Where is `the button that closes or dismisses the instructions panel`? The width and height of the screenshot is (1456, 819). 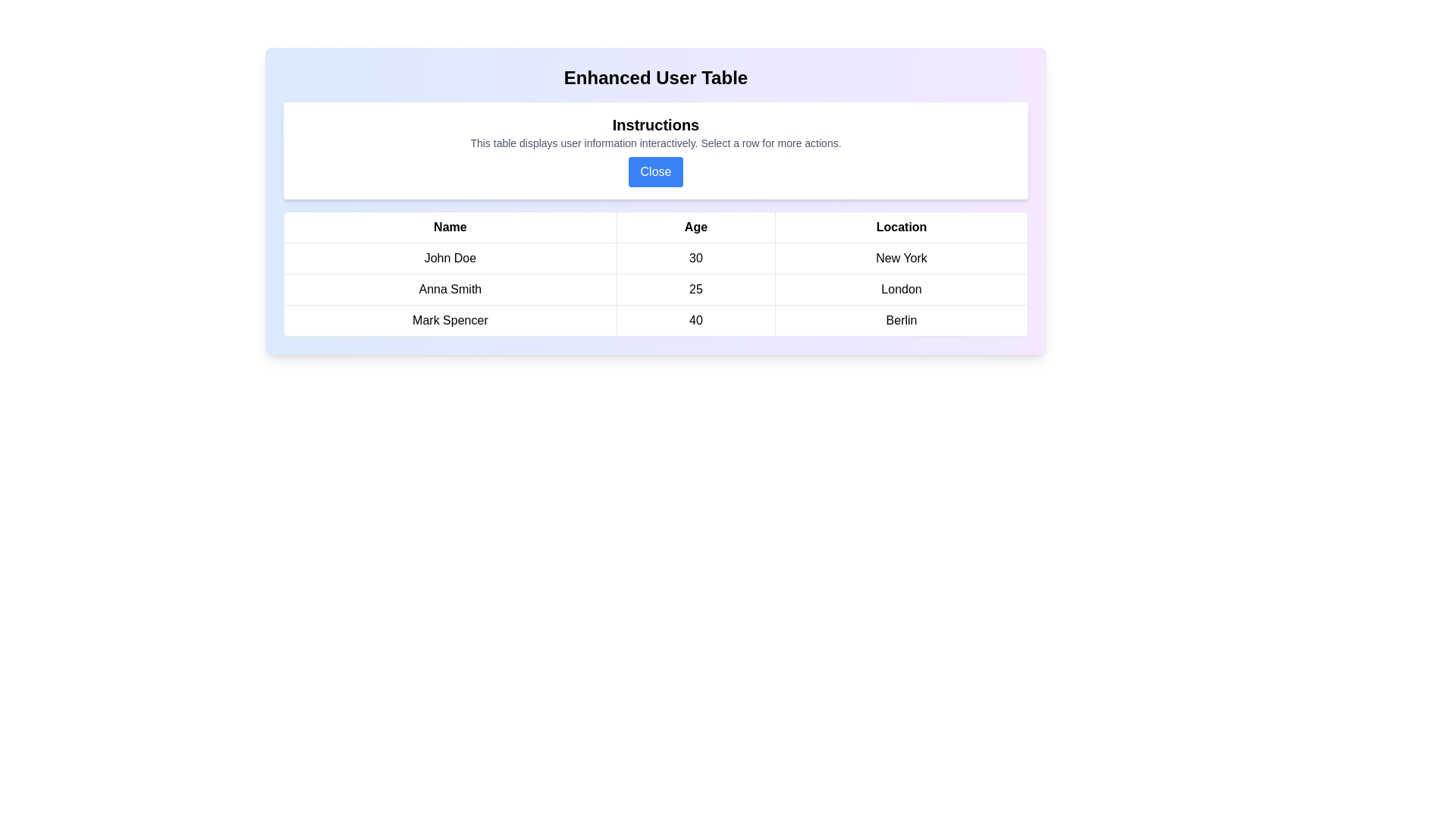 the button that closes or dismisses the instructions panel is located at coordinates (655, 171).